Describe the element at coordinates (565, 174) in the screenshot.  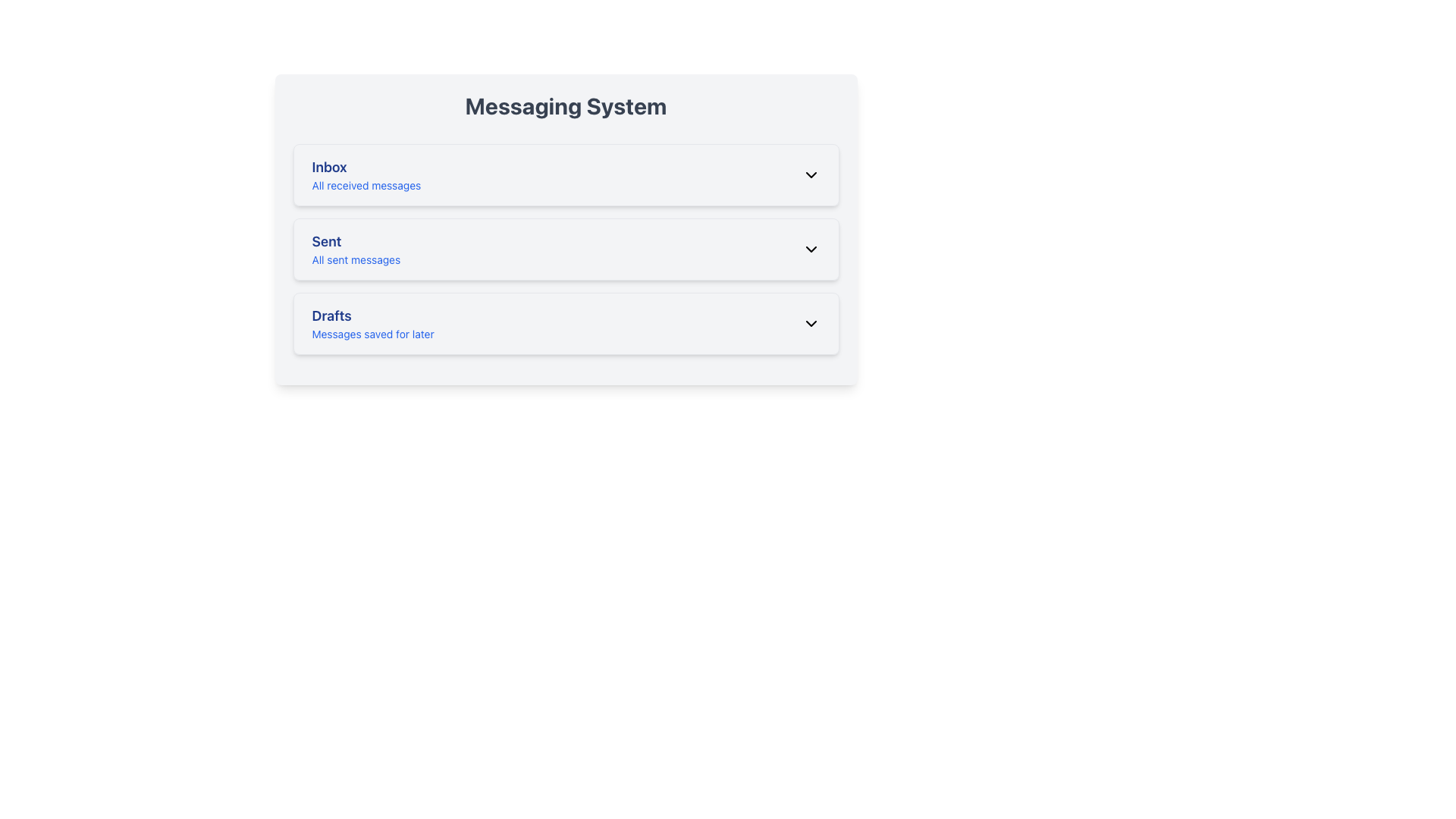
I see `the 'Inbox' button at the top of the Messaging System` at that location.